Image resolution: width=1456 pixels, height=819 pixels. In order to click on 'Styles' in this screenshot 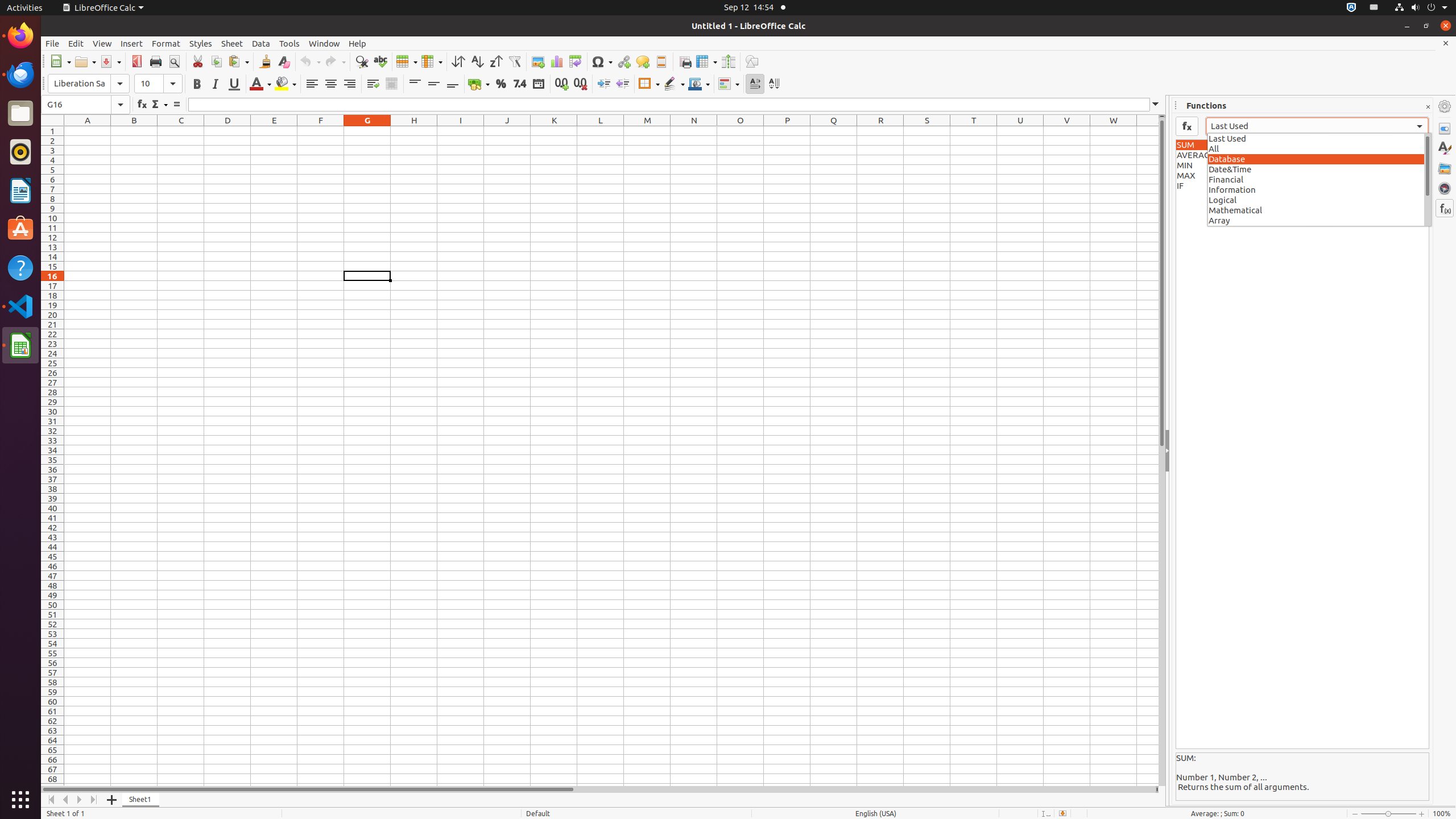, I will do `click(200, 43)`.